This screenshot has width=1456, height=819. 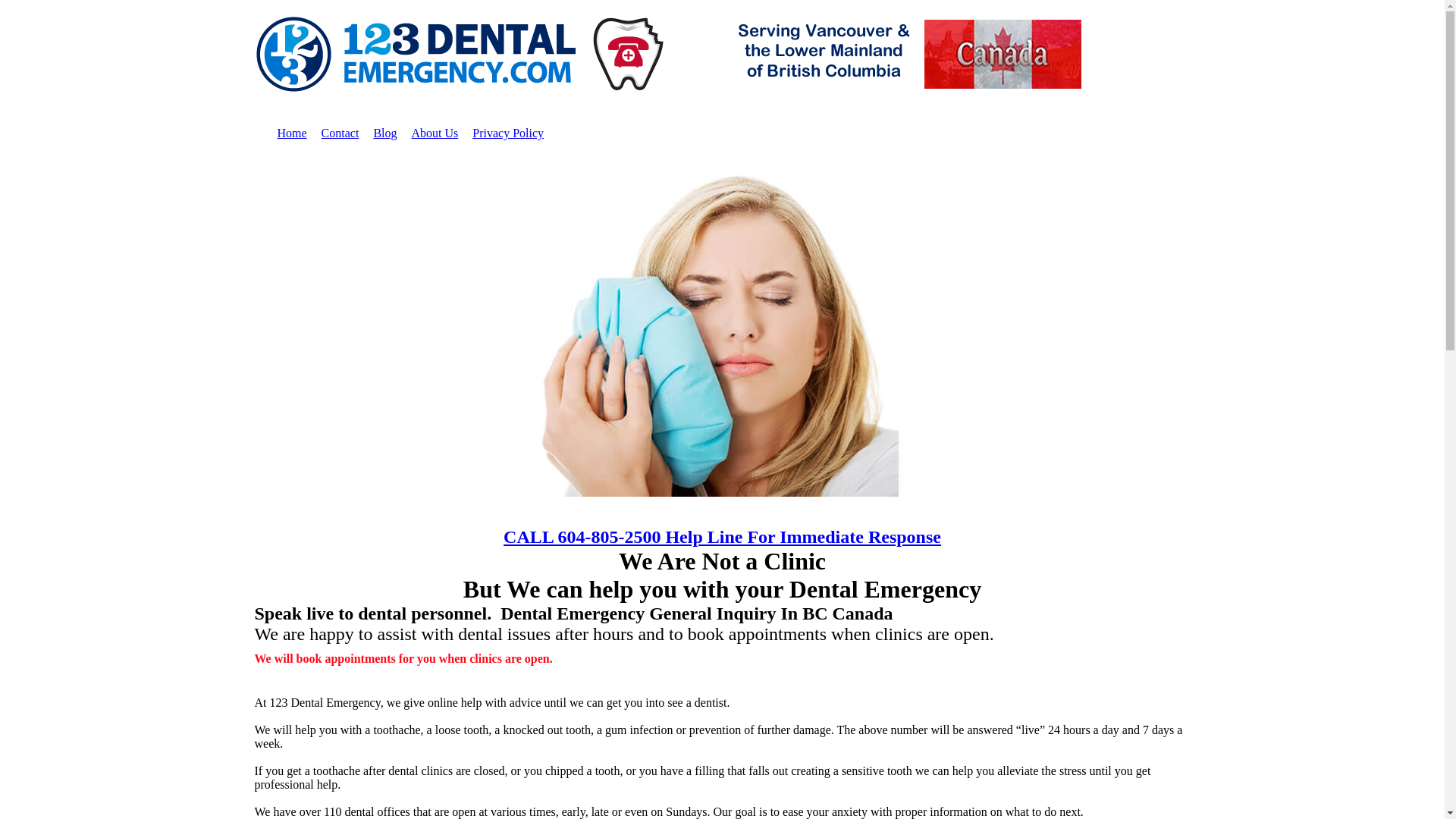 I want to click on 'About Us', so click(x=433, y=132).